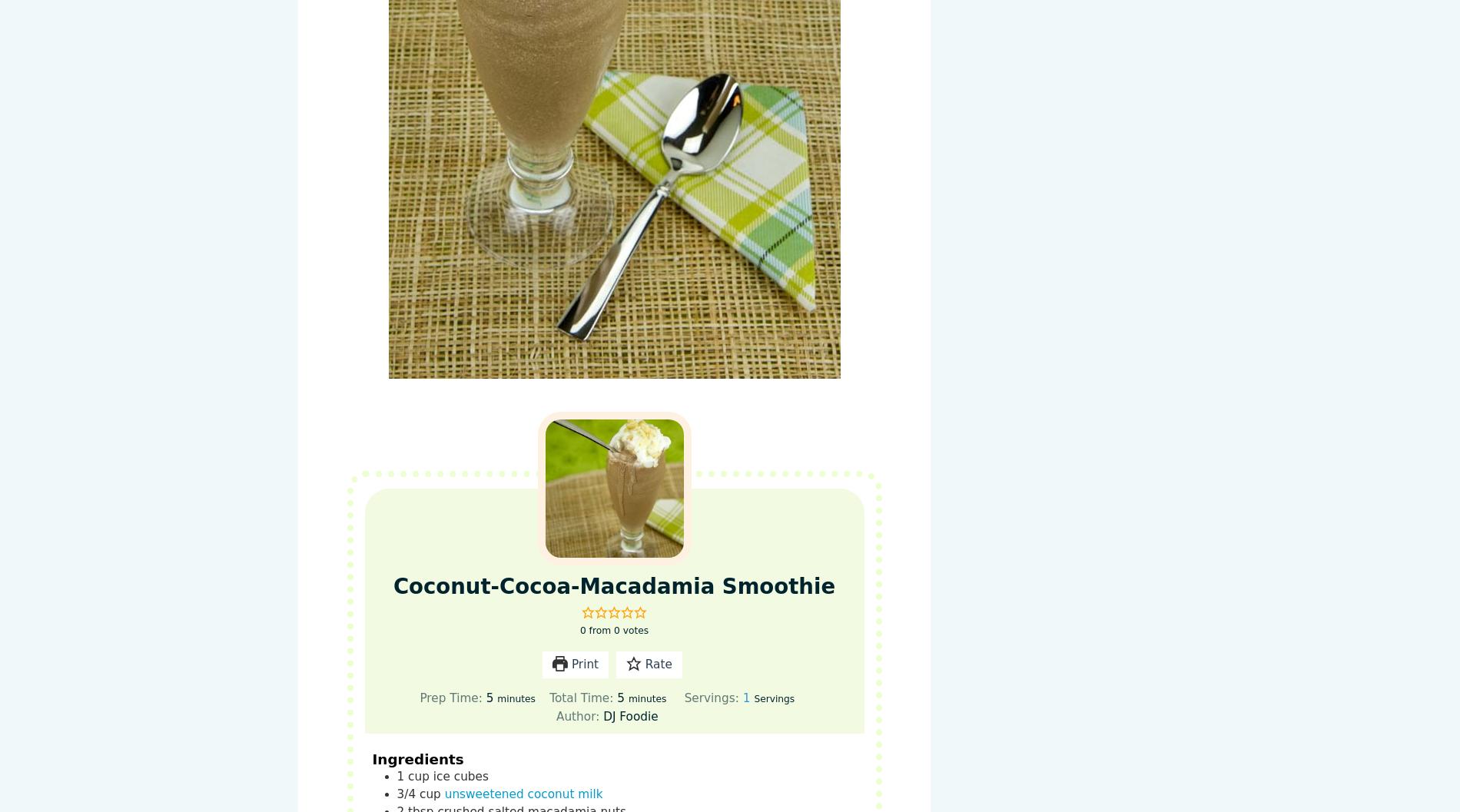 The image size is (1460, 812). Describe the element at coordinates (612, 586) in the screenshot. I see `'Coconut-Cocoa-Macadamia Smoothie'` at that location.